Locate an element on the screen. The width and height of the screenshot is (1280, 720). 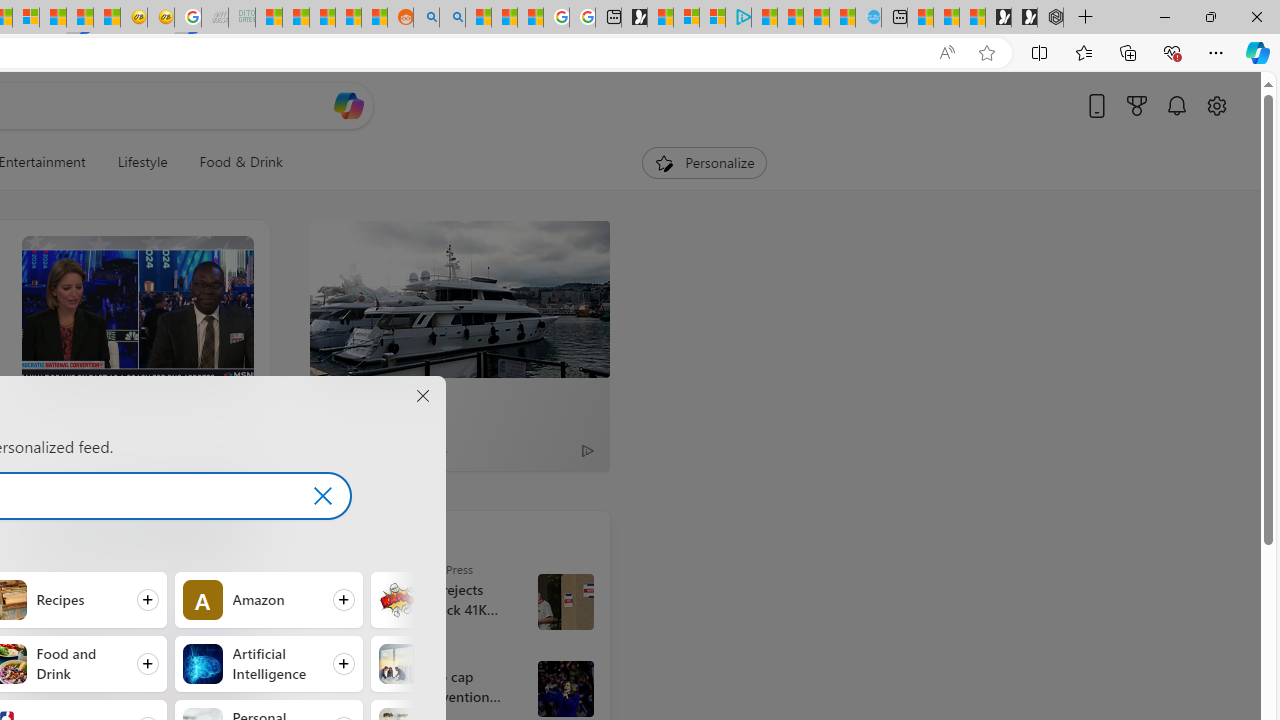
'Microsoft Start Gaming' is located at coordinates (633, 17).